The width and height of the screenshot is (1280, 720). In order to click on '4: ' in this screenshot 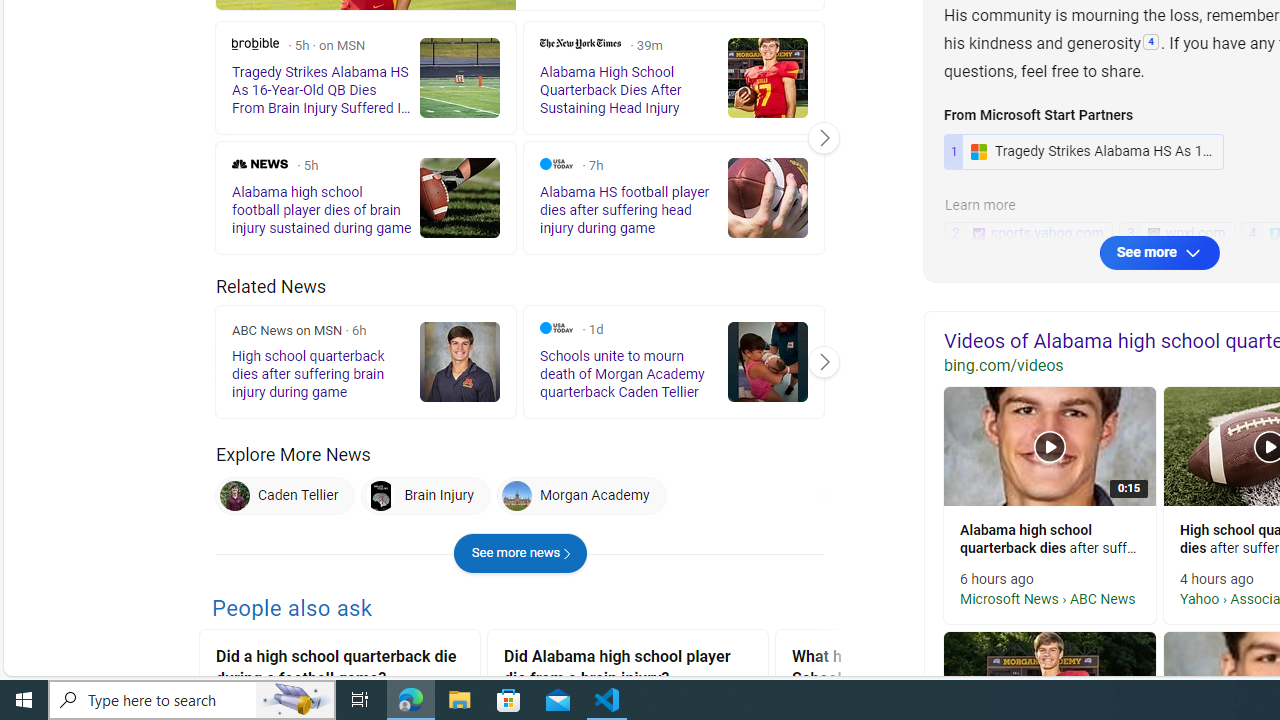, I will do `click(1151, 43)`.